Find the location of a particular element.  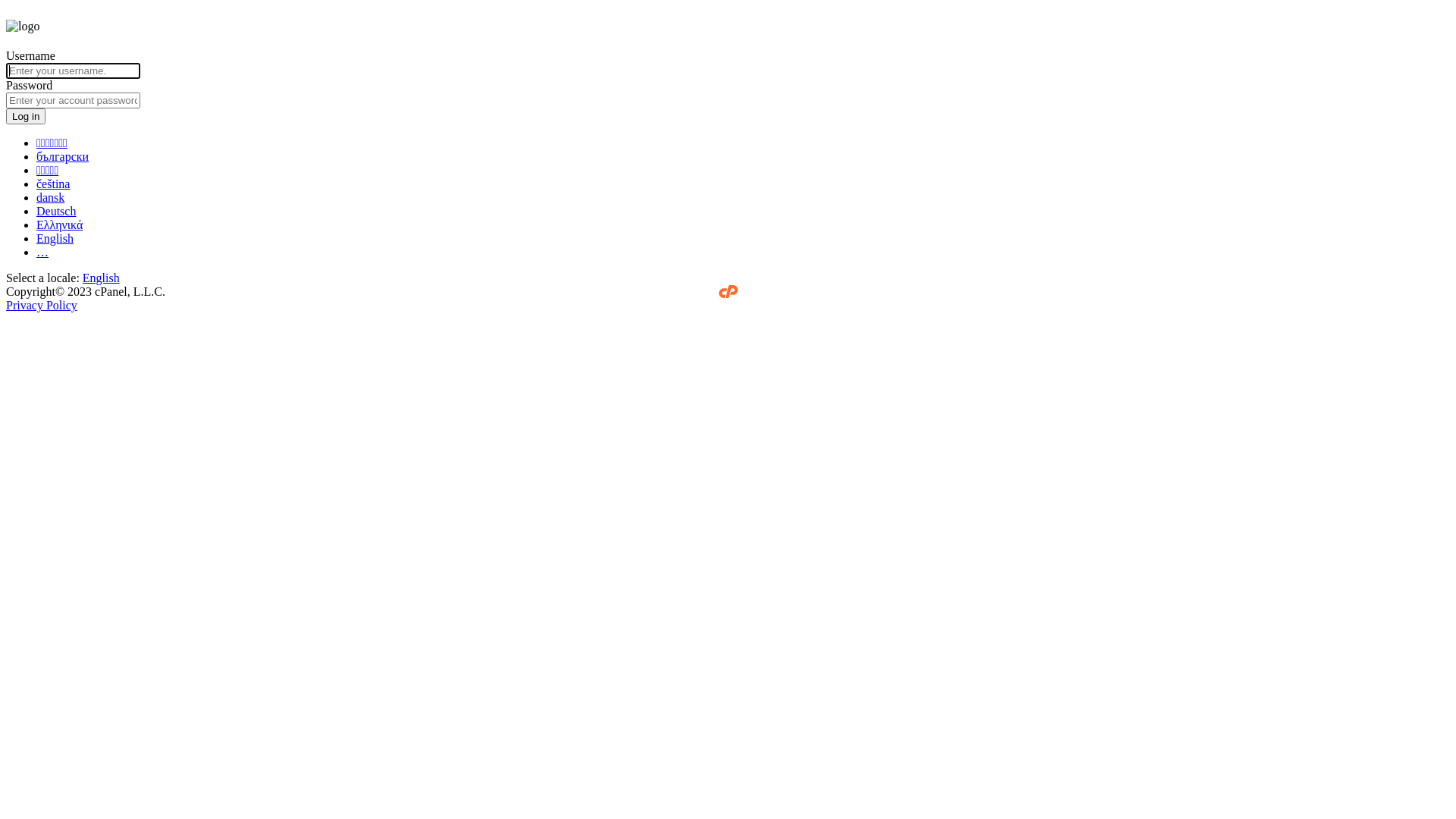

'Log in' is located at coordinates (25, 115).